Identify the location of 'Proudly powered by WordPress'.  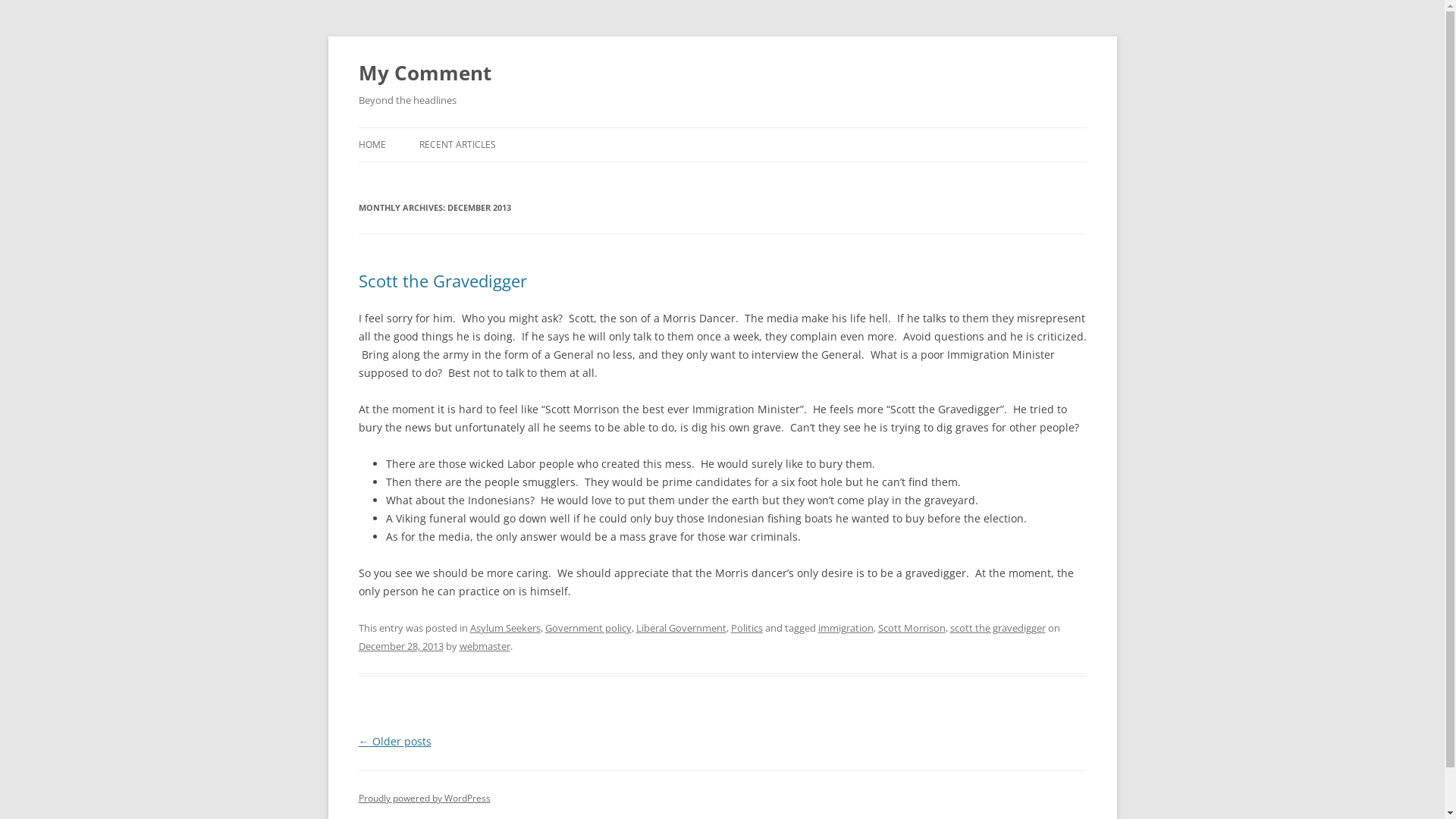
(356, 797).